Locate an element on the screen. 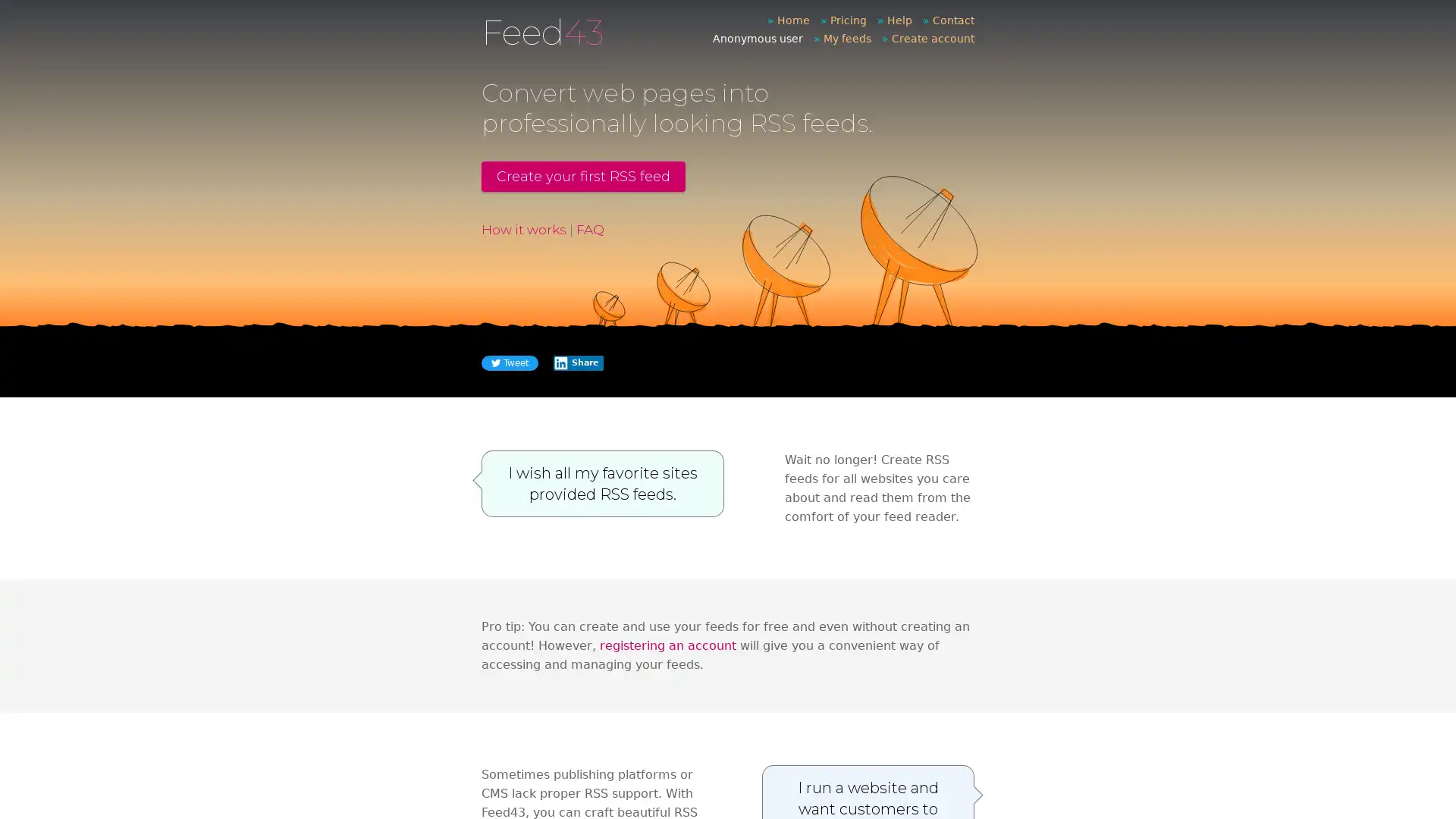  Share is located at coordinates (577, 362).